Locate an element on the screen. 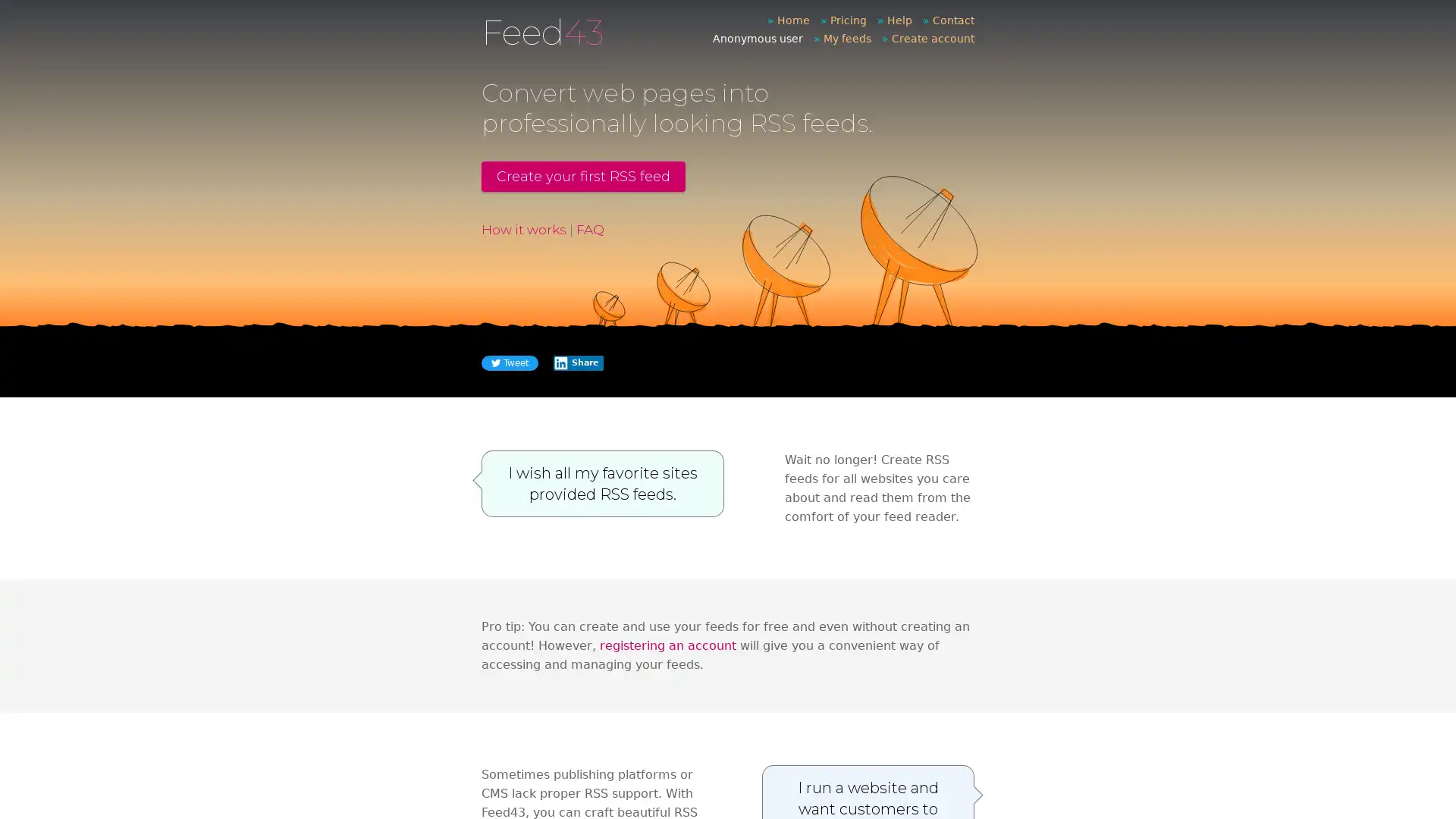  Share is located at coordinates (577, 362).